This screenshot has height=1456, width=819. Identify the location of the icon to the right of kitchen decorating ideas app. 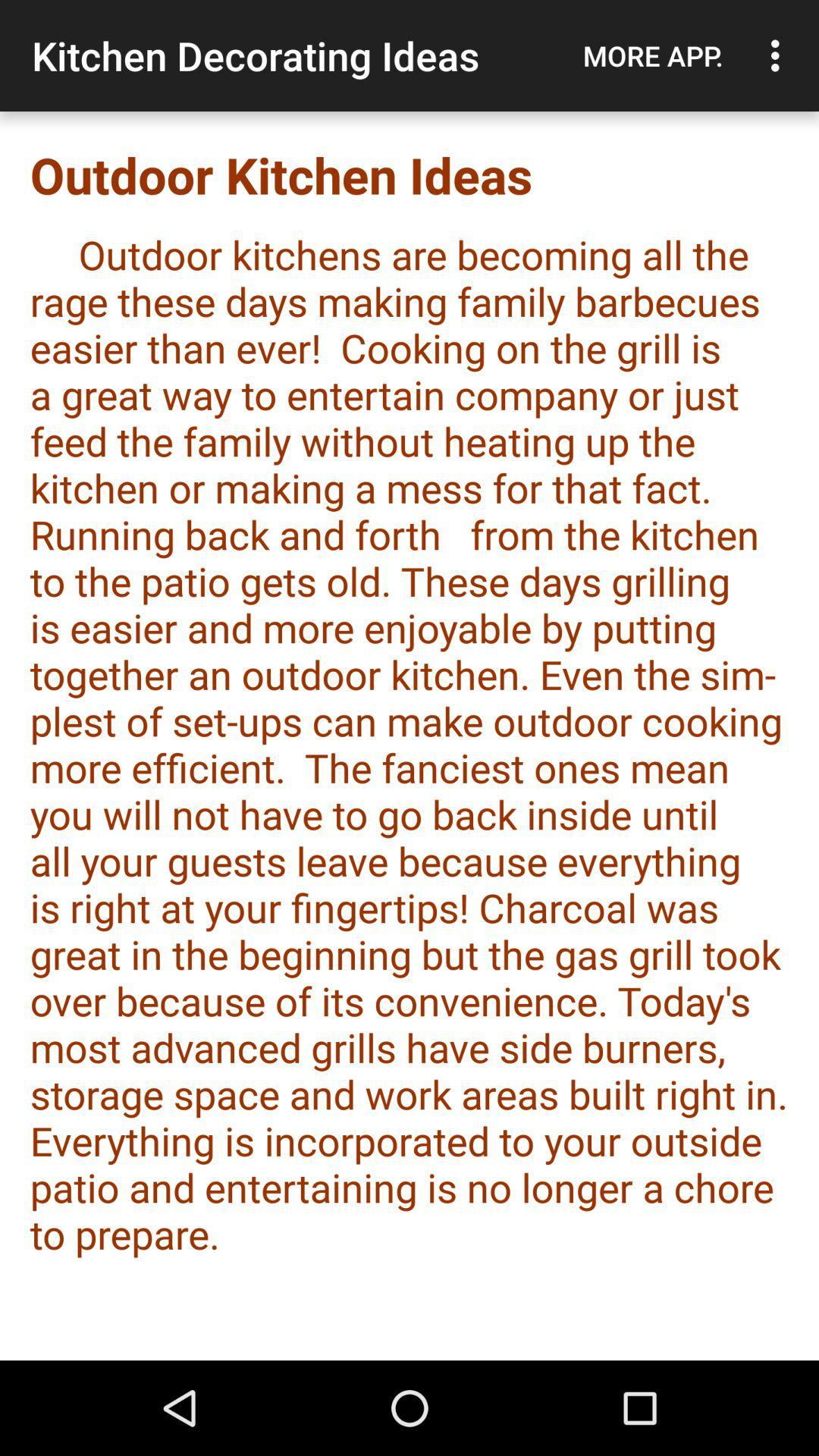
(652, 55).